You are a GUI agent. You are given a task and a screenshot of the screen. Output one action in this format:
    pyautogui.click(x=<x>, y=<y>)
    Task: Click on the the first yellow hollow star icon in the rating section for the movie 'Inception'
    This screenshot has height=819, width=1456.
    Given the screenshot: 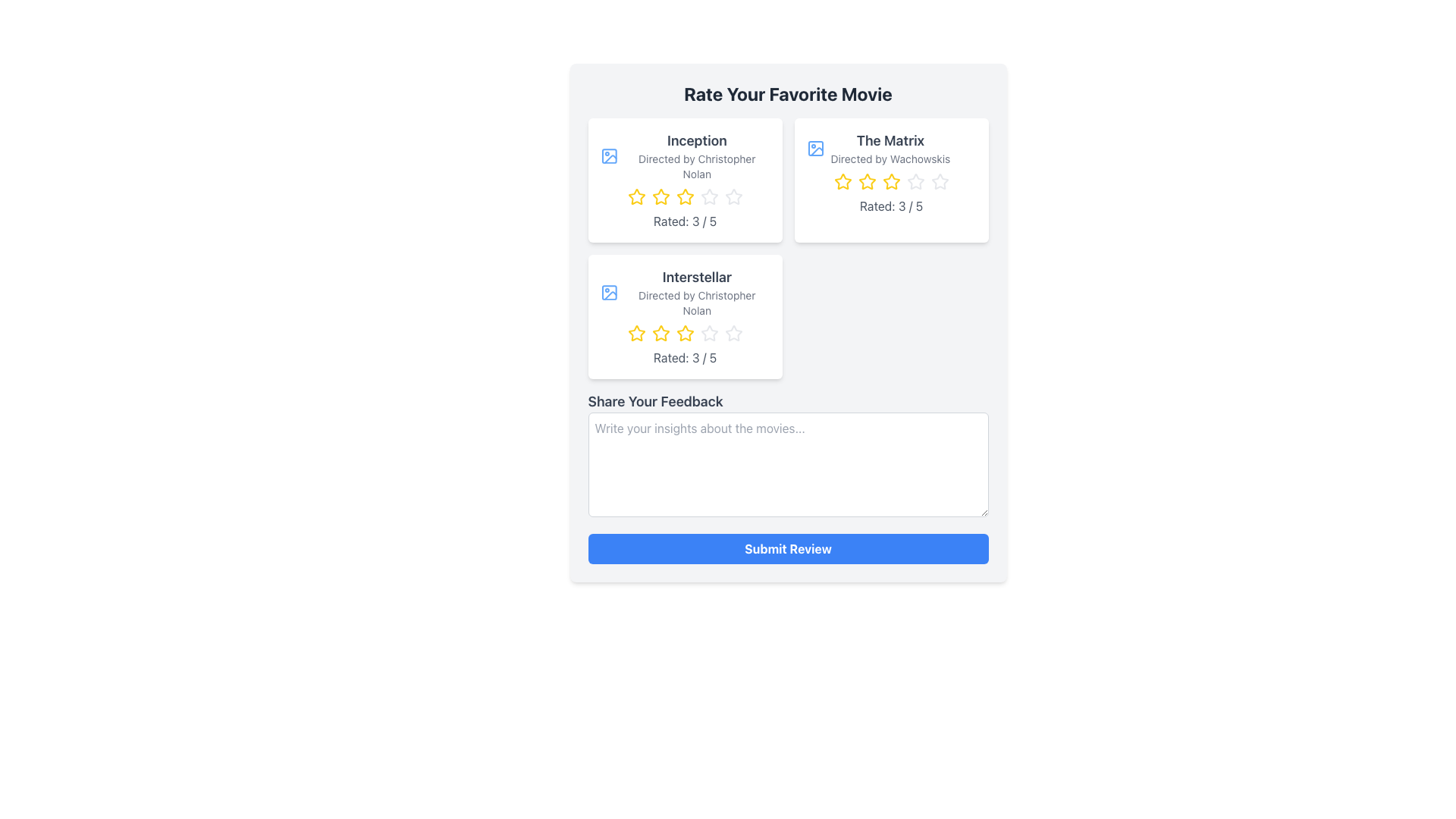 What is the action you would take?
    pyautogui.click(x=636, y=196)
    